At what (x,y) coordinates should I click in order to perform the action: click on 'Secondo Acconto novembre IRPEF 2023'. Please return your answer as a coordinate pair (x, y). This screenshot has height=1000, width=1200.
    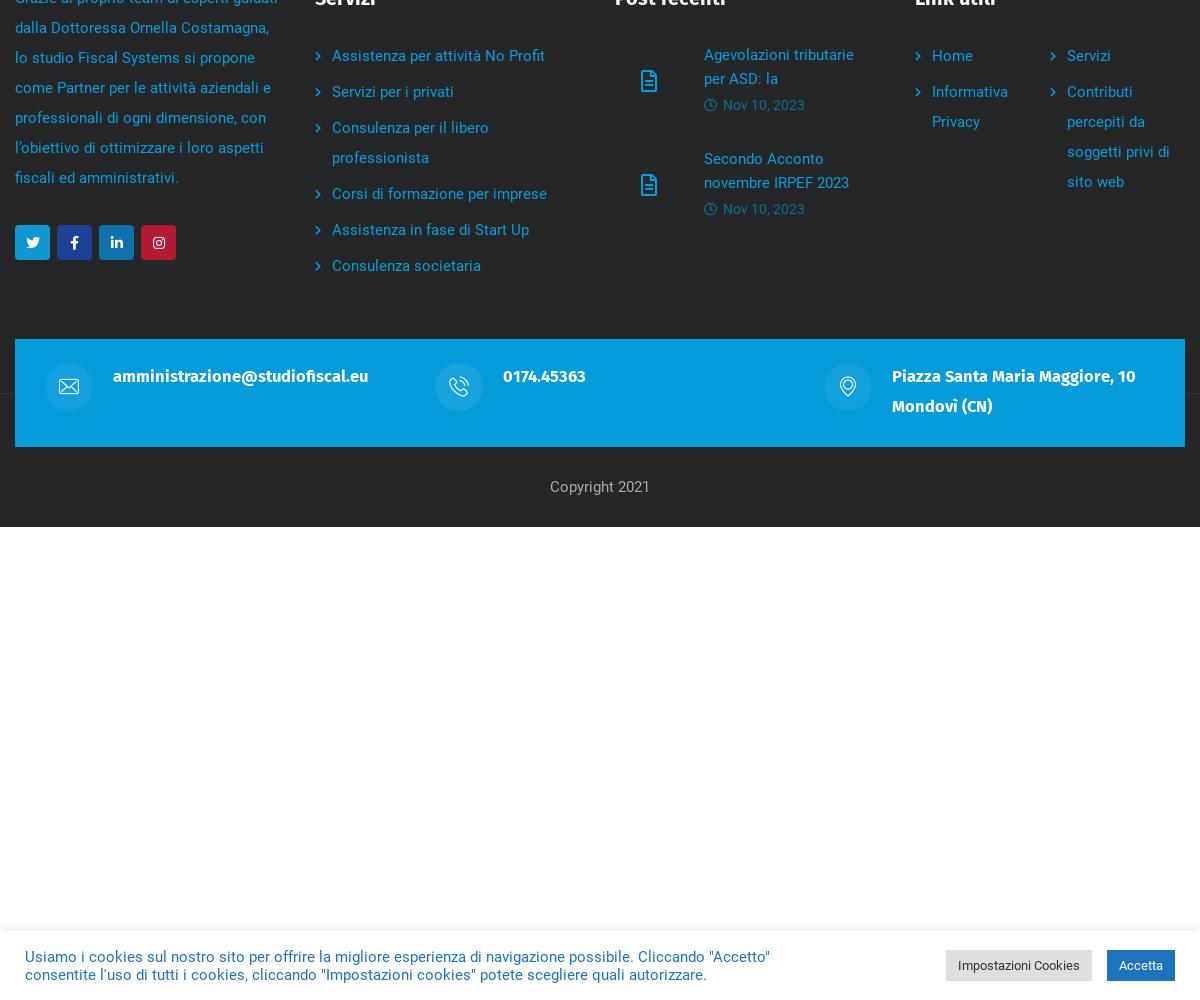
    Looking at the image, I should click on (704, 171).